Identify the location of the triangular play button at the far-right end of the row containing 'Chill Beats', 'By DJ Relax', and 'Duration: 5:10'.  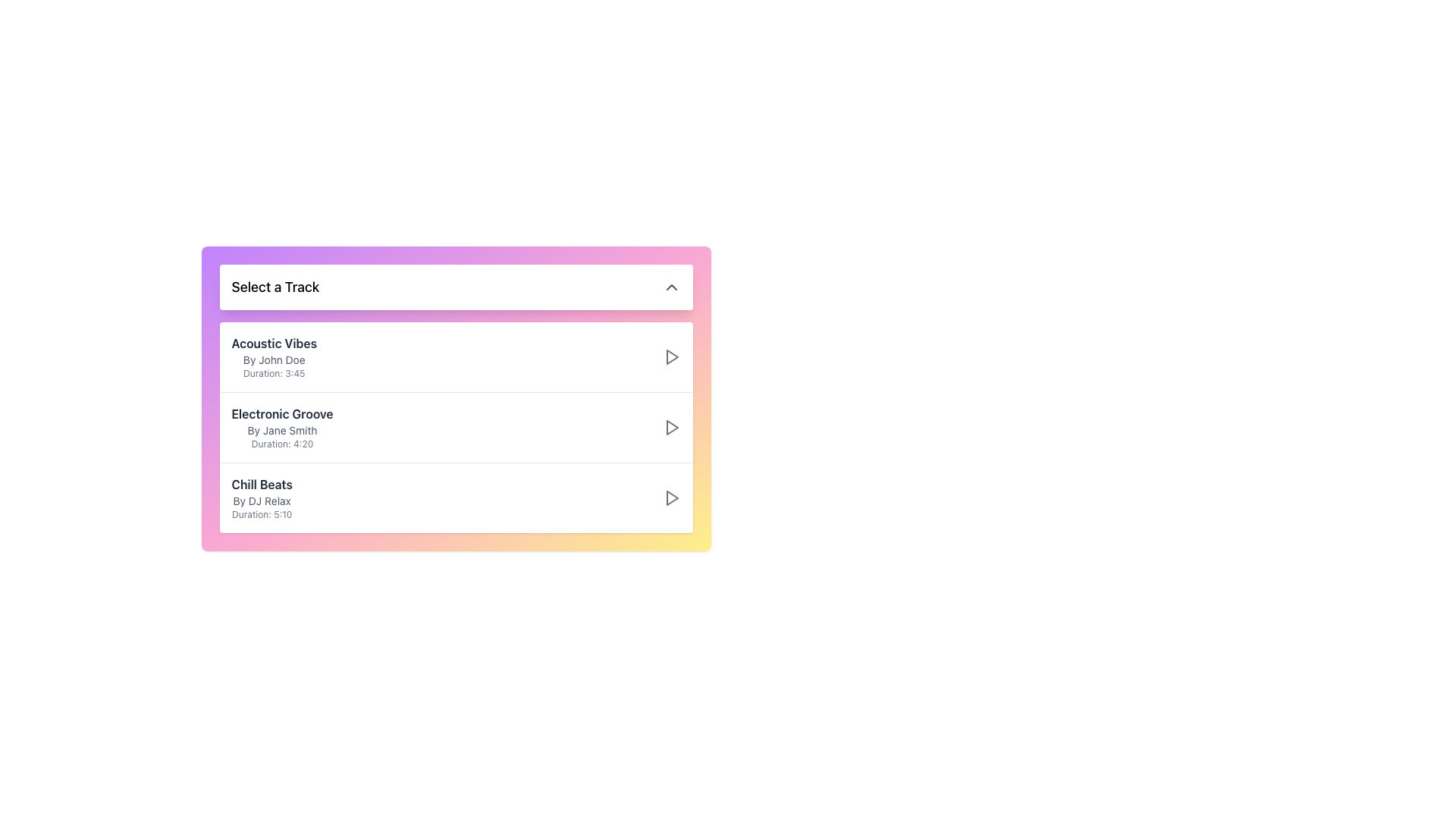
(670, 497).